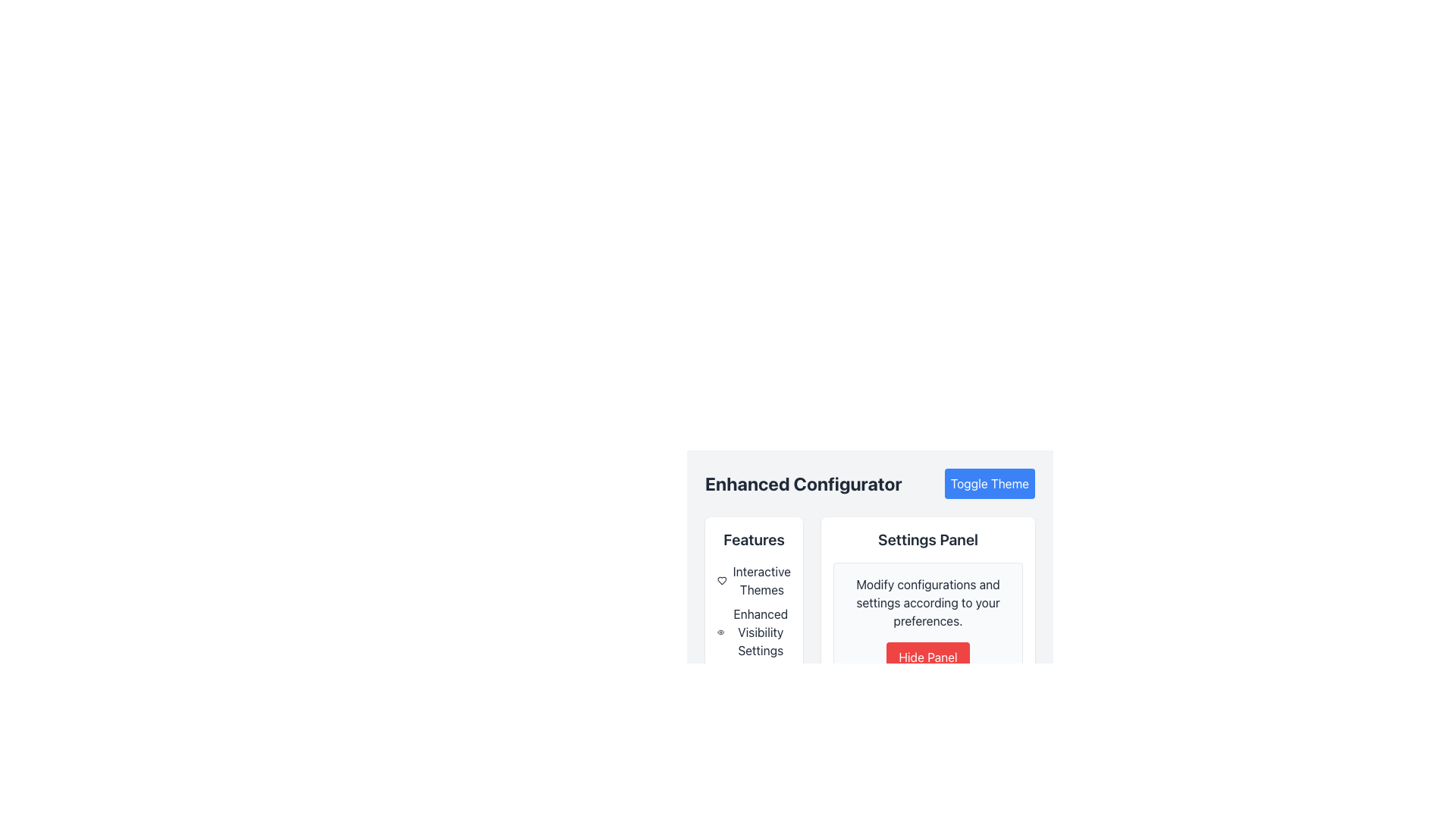  Describe the element at coordinates (927, 657) in the screenshot. I see `the 'Hide Panel' button, which has a red background and white text, located in the 'Settings Panel' section at the bottom of the configuration settings` at that location.